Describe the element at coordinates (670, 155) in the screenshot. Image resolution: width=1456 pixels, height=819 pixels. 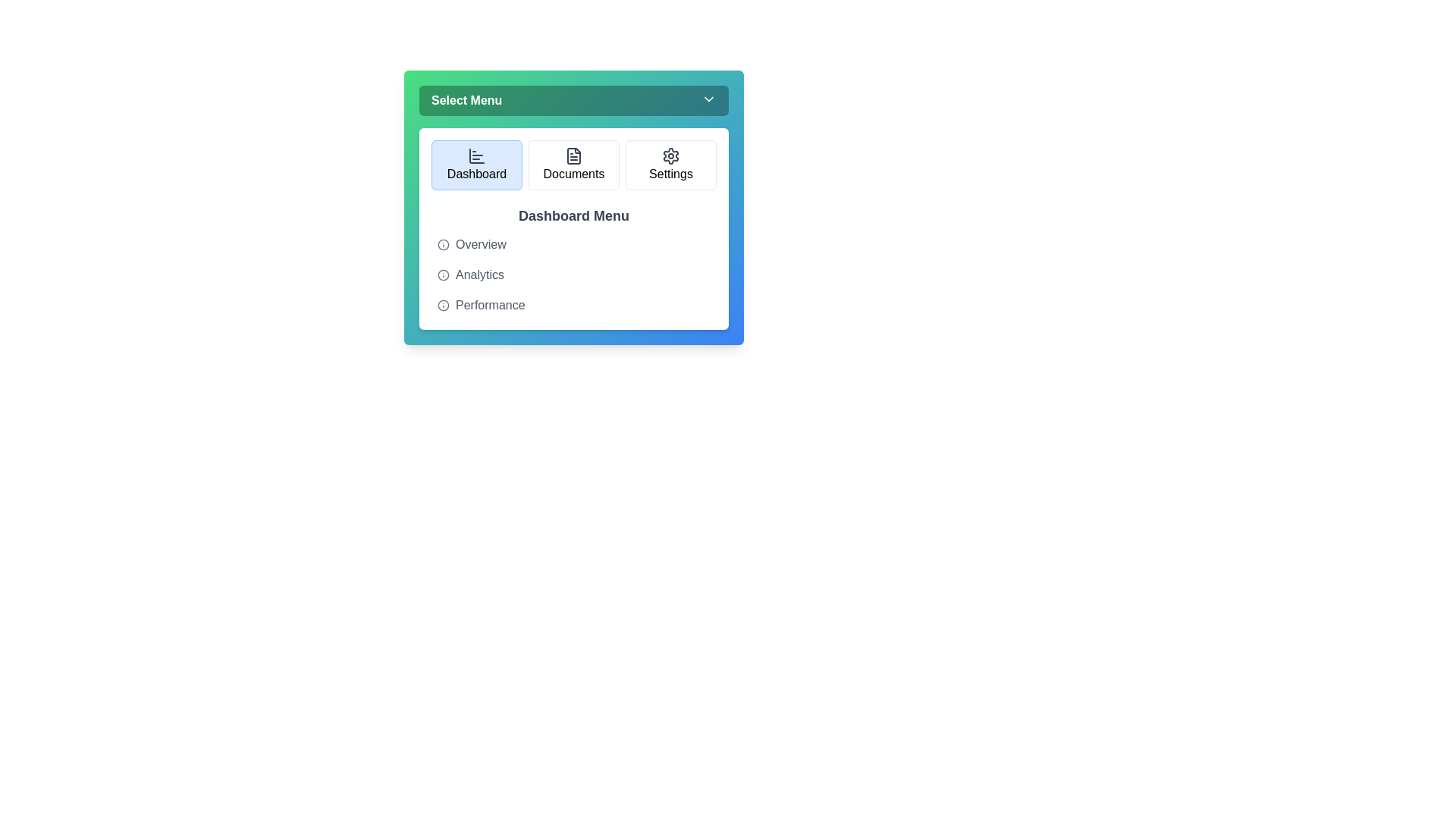
I see `the settings icon button located on the far right under the 'Select Menu' dropdown to enable keyboard interaction` at that location.